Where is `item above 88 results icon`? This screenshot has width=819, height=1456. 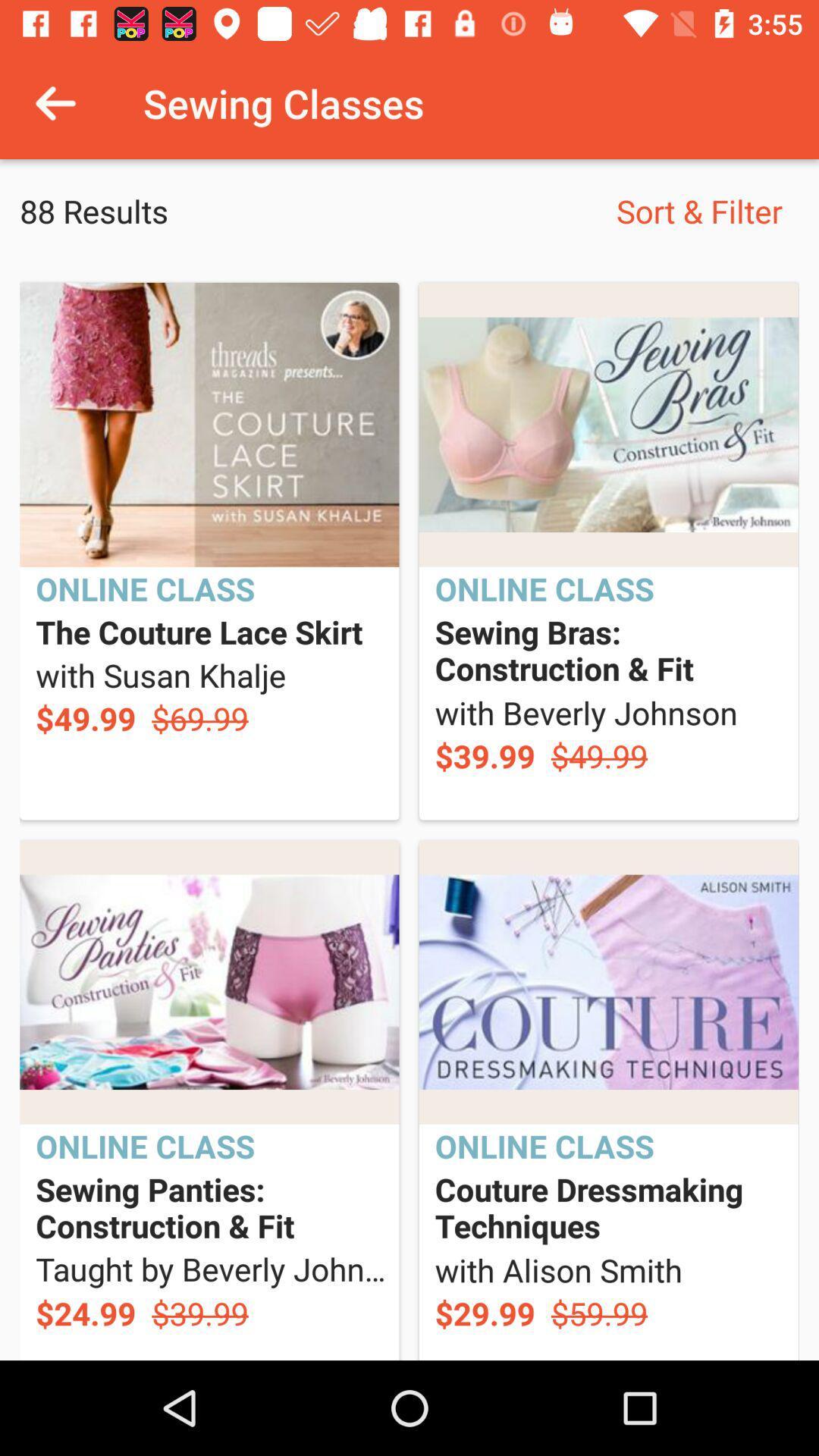 item above 88 results icon is located at coordinates (55, 102).